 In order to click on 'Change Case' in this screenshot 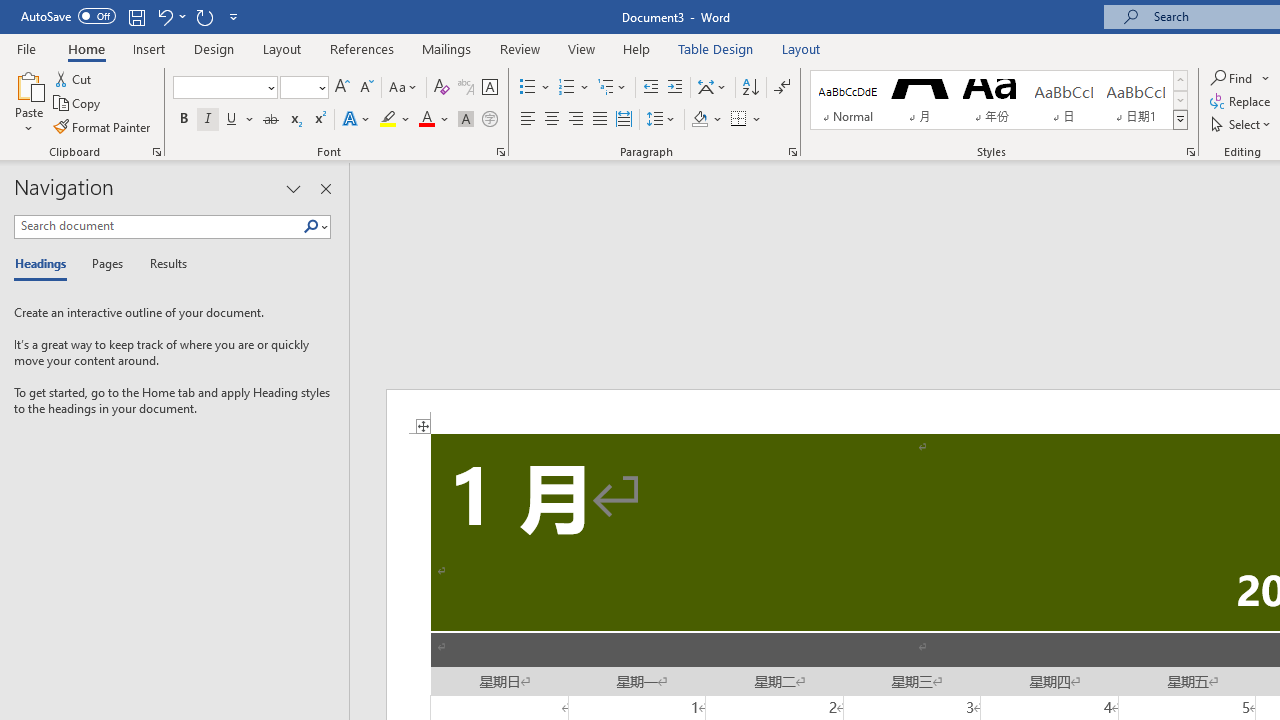, I will do `click(403, 86)`.